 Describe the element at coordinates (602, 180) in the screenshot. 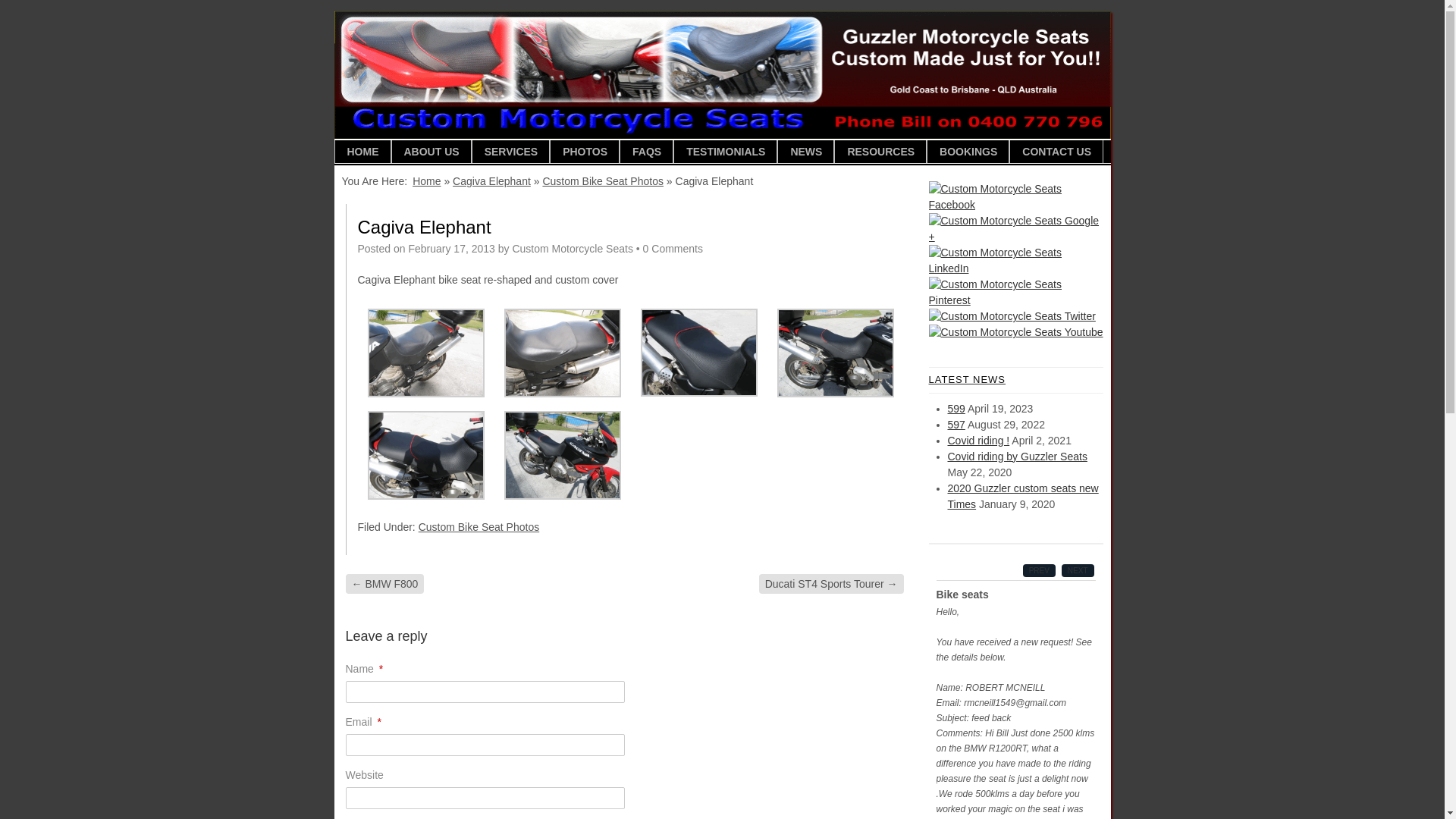

I see `'Custom Bike Seat Photos'` at that location.